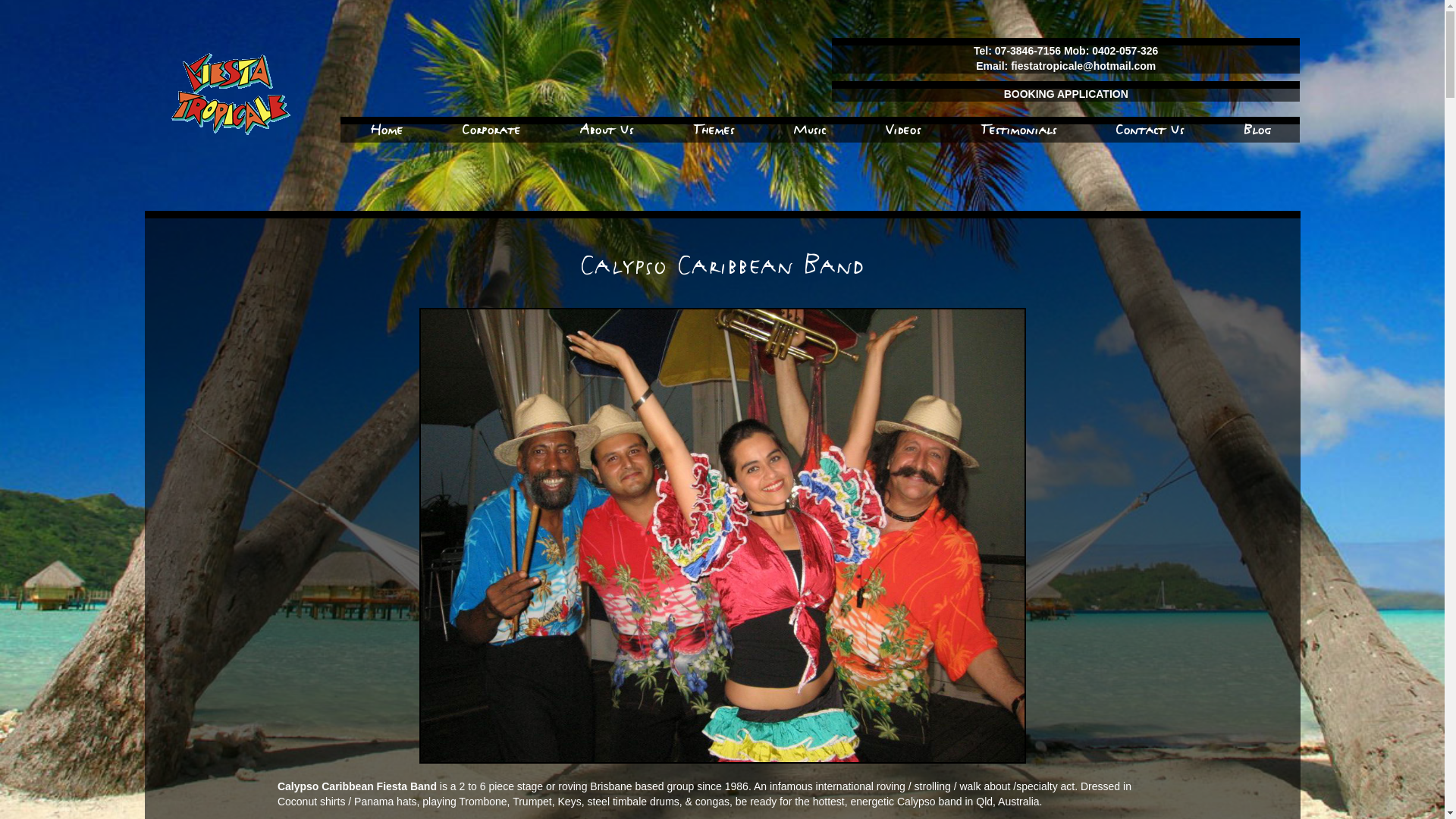 This screenshot has height=819, width=1456. Describe the element at coordinates (808, 128) in the screenshot. I see `'Music'` at that location.